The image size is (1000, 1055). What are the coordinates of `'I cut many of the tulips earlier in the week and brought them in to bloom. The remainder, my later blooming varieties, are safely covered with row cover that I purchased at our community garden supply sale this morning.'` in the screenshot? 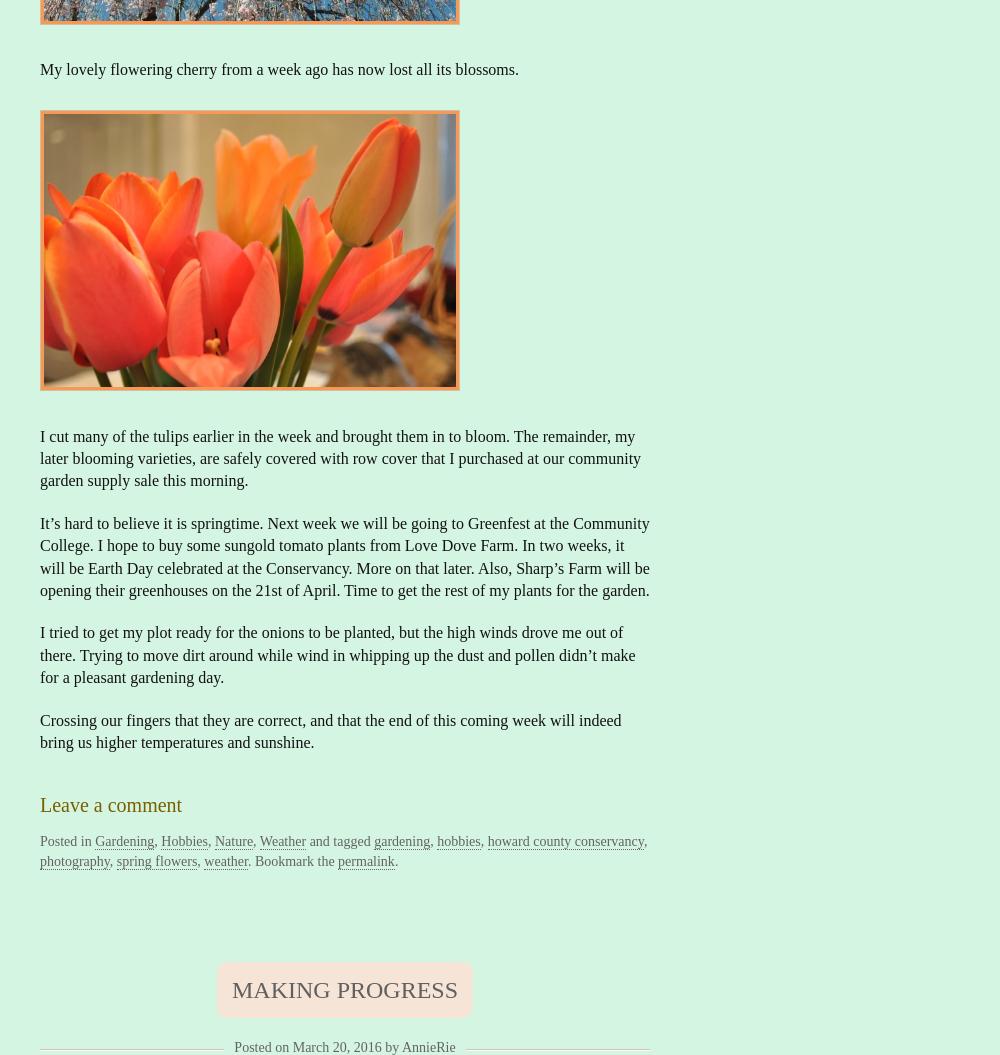 It's located at (339, 456).